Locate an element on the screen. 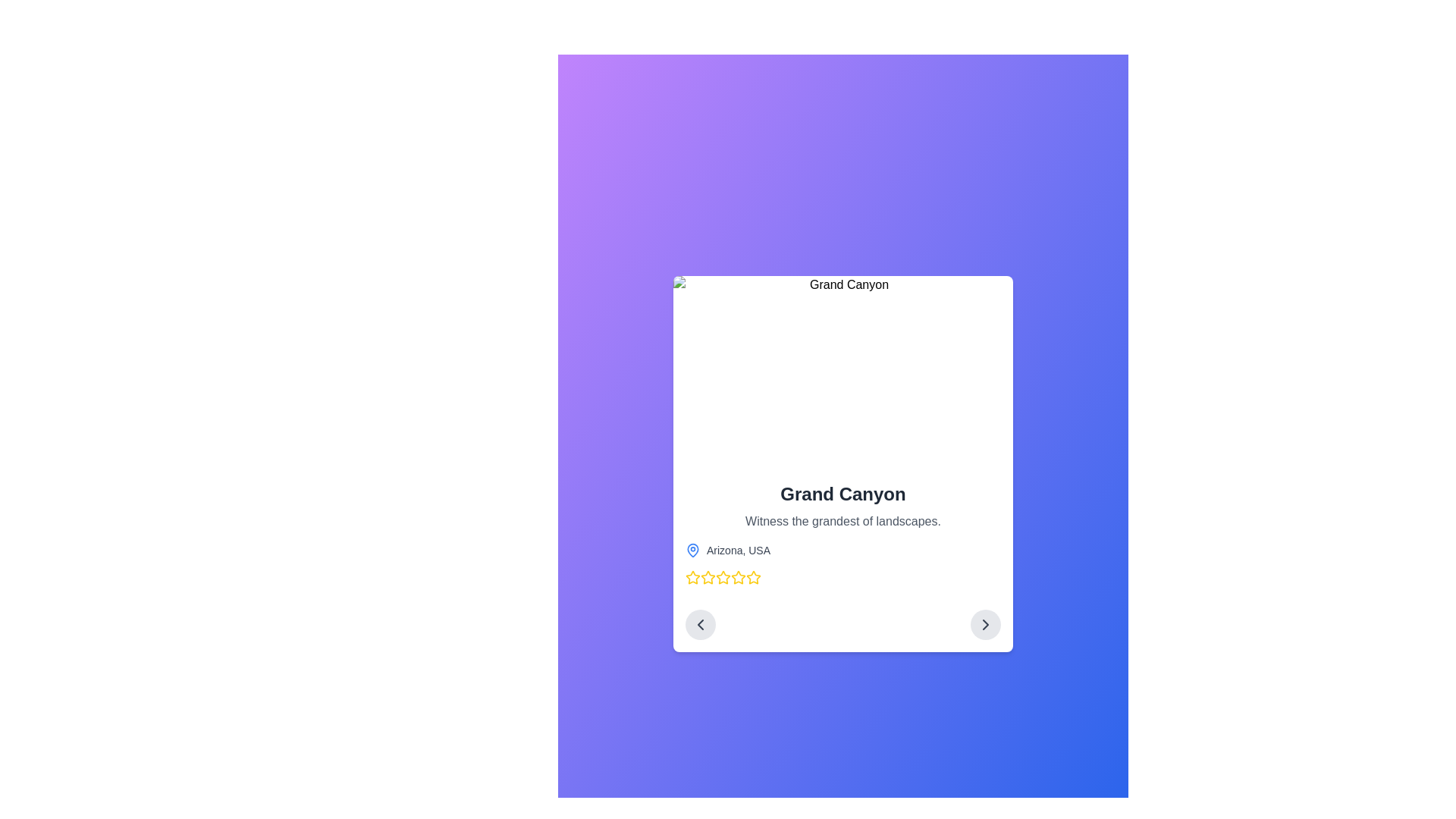 The width and height of the screenshot is (1456, 819). text content of the Text Label titled 'Grand Canyon', which is centrally aligned above the description text within the card interface is located at coordinates (843, 494).